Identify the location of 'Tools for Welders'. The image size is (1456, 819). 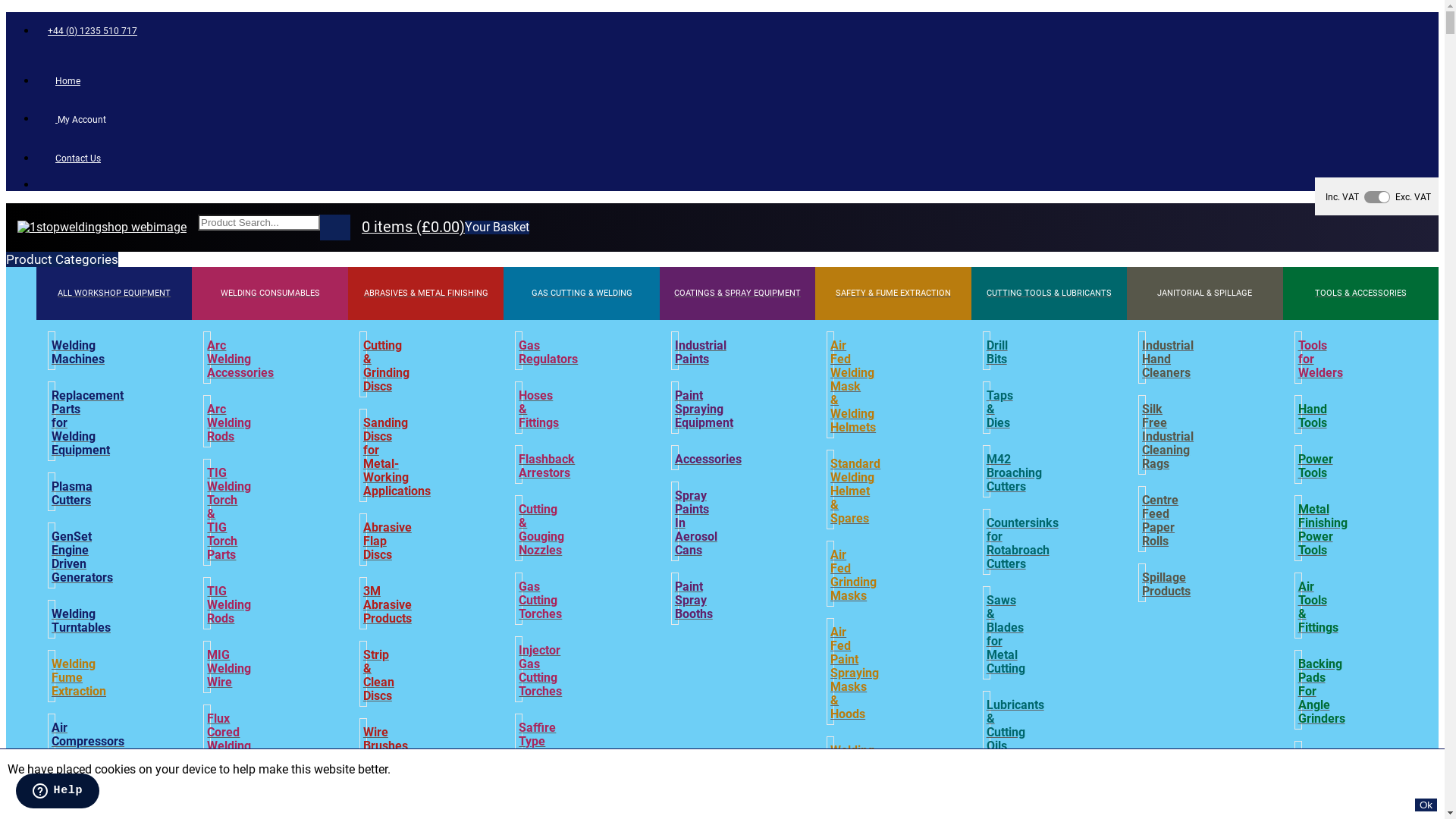
(1319, 359).